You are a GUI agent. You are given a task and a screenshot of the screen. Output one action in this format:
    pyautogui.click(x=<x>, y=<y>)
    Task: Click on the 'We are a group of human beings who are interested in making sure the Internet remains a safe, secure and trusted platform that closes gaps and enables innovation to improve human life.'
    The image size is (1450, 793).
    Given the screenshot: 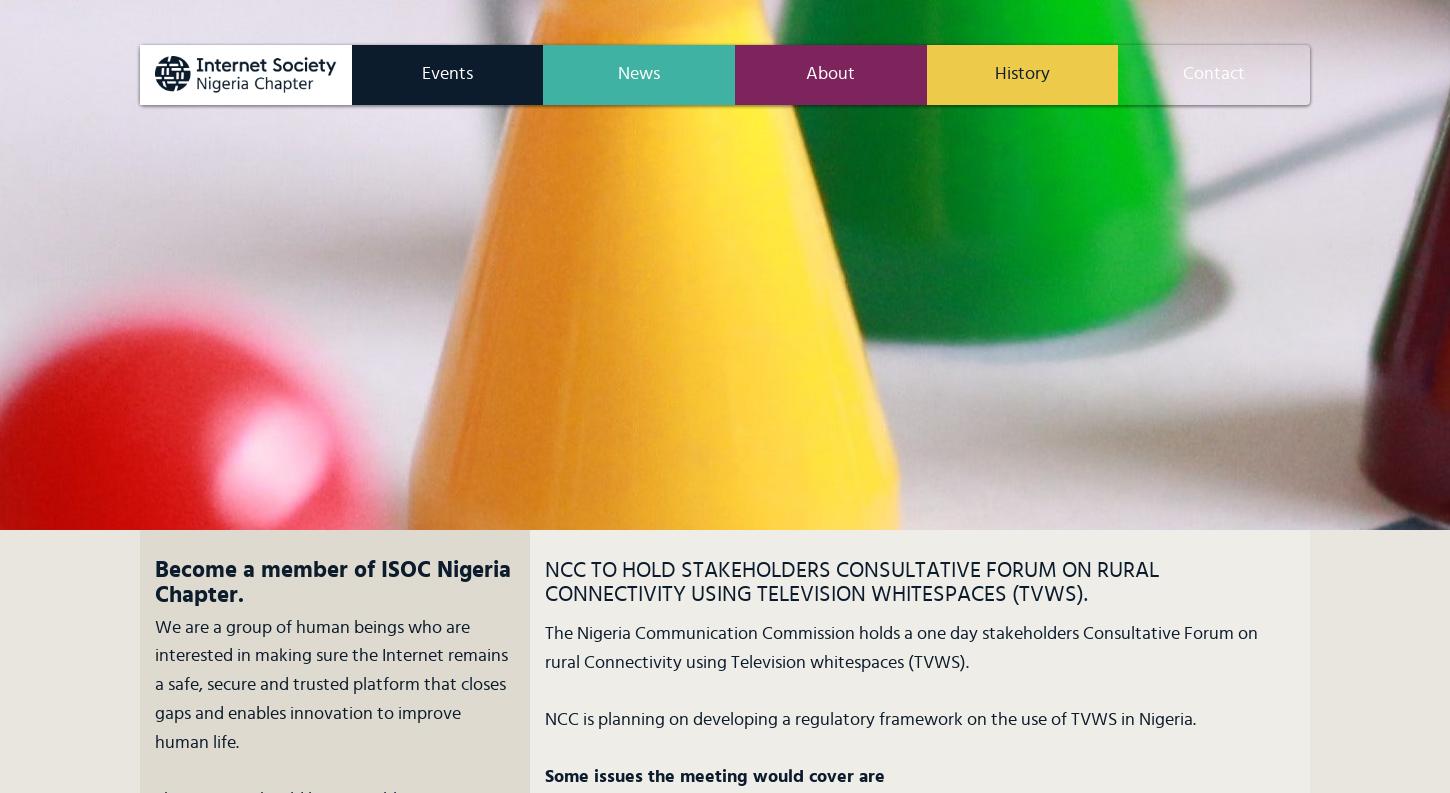 What is the action you would take?
    pyautogui.click(x=154, y=684)
    